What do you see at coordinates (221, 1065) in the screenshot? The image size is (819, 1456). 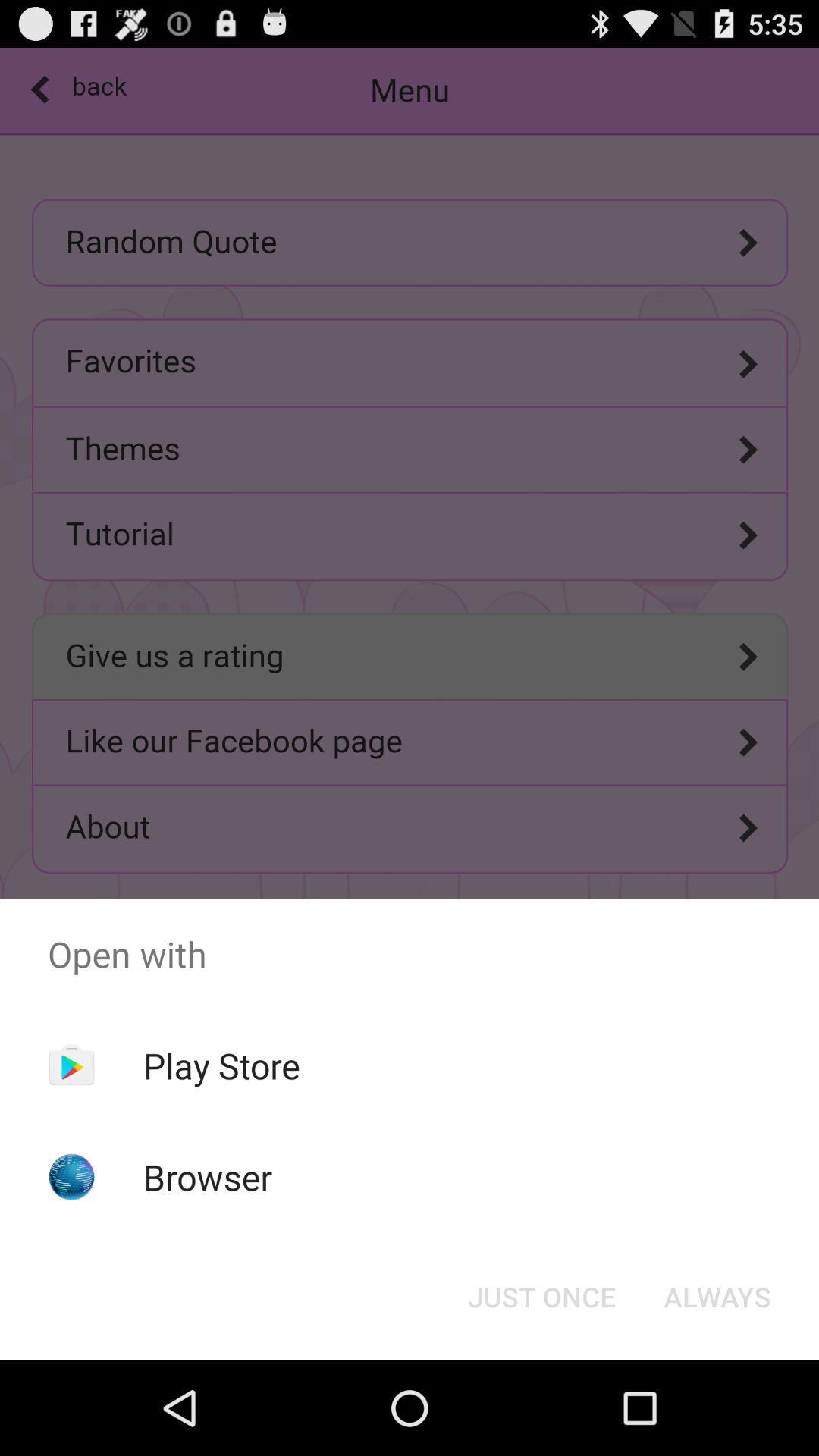 I see `icon above browser app` at bounding box center [221, 1065].